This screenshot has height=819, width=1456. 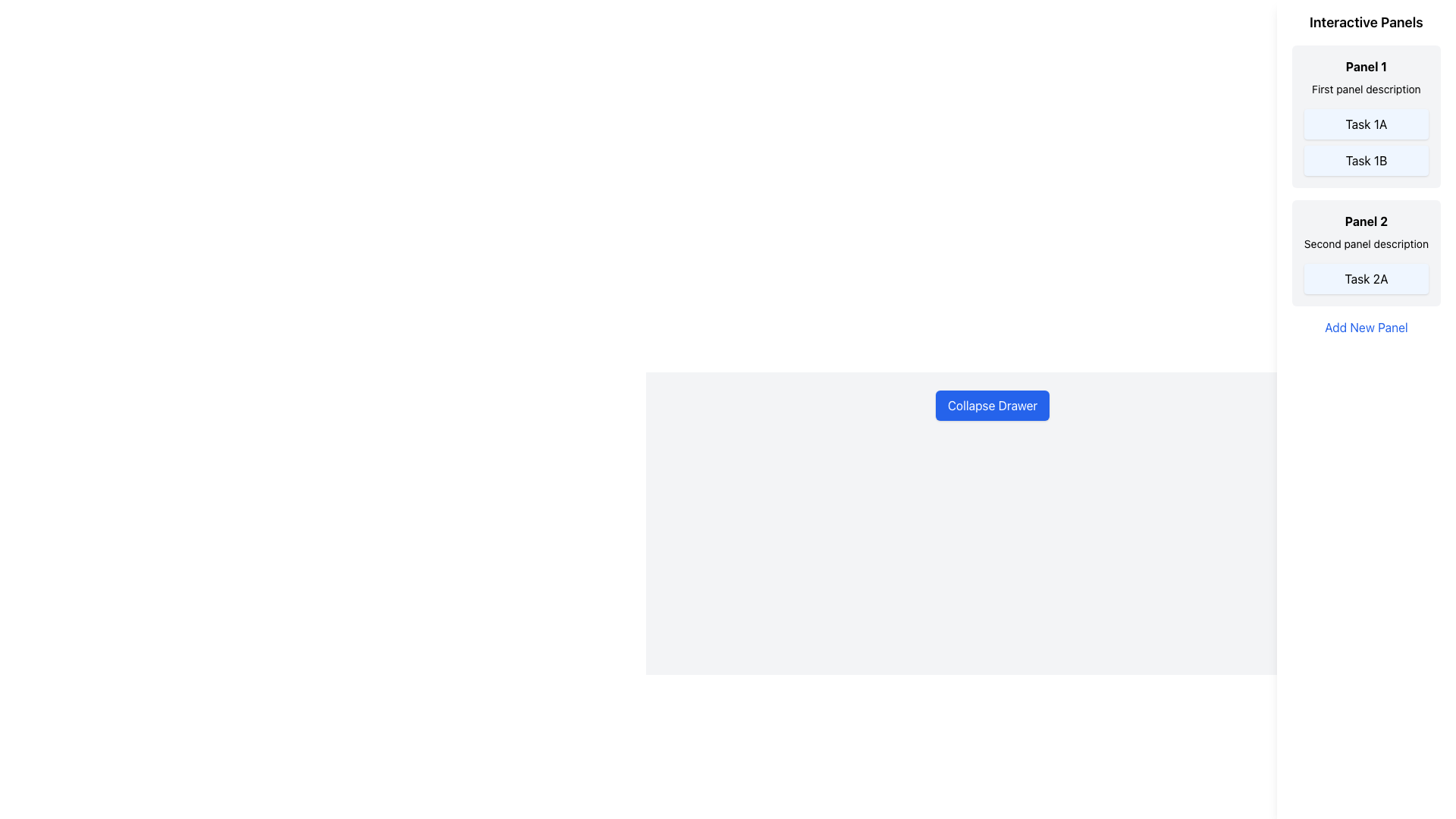 I want to click on the static text label reading 'First panel description' located in the light gray panel labeled 'Panel 1', which is positioned directly below the panel title and above the list items 'Task 1A' and 'Task 1B', so click(x=1366, y=89).